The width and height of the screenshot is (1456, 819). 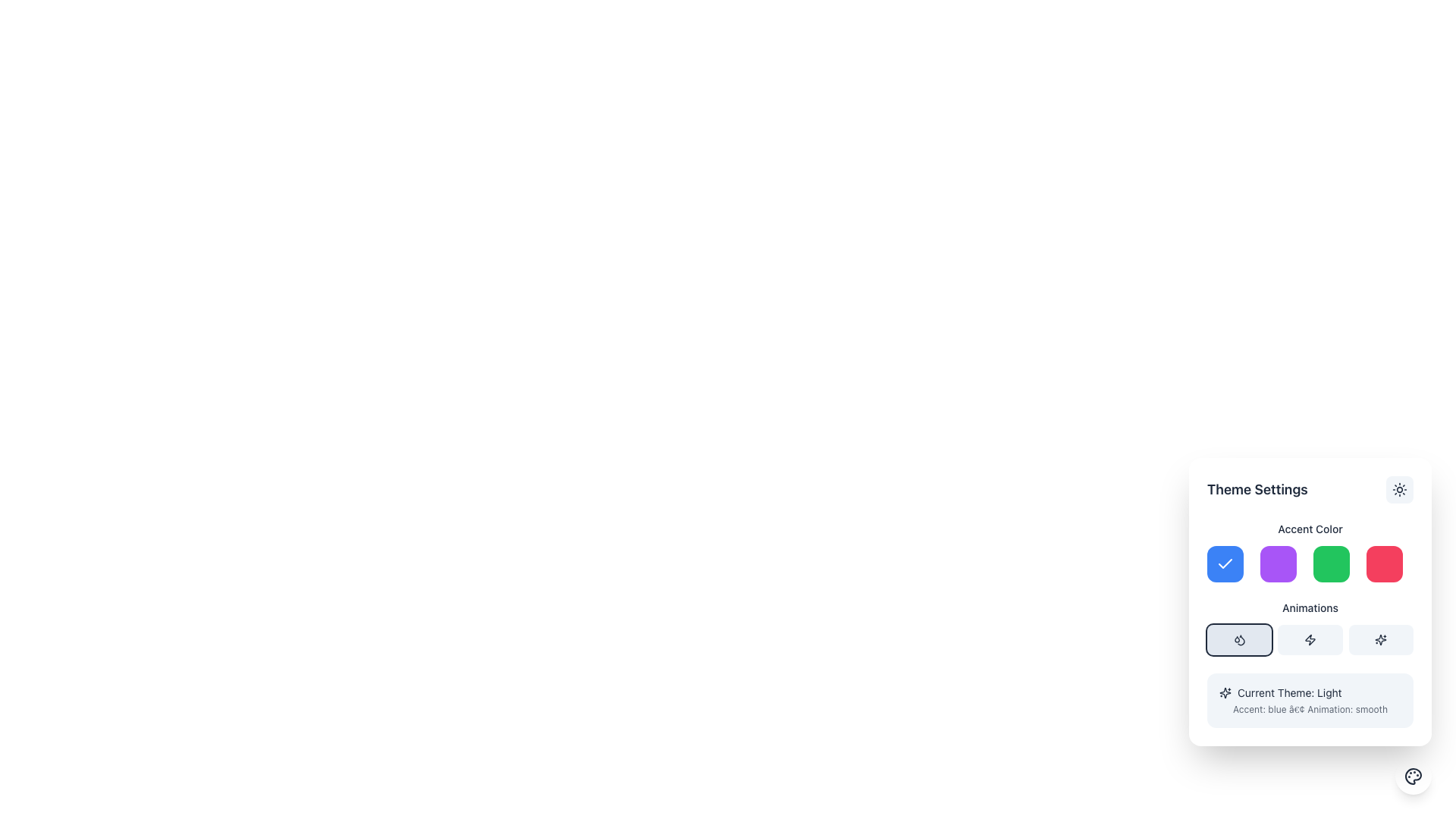 What do you see at coordinates (1310, 710) in the screenshot?
I see `the static text label displaying 'Accent: blue • Animation: smooth', which is located below the title 'Current Theme: Light' in the right-side settings panel` at bounding box center [1310, 710].